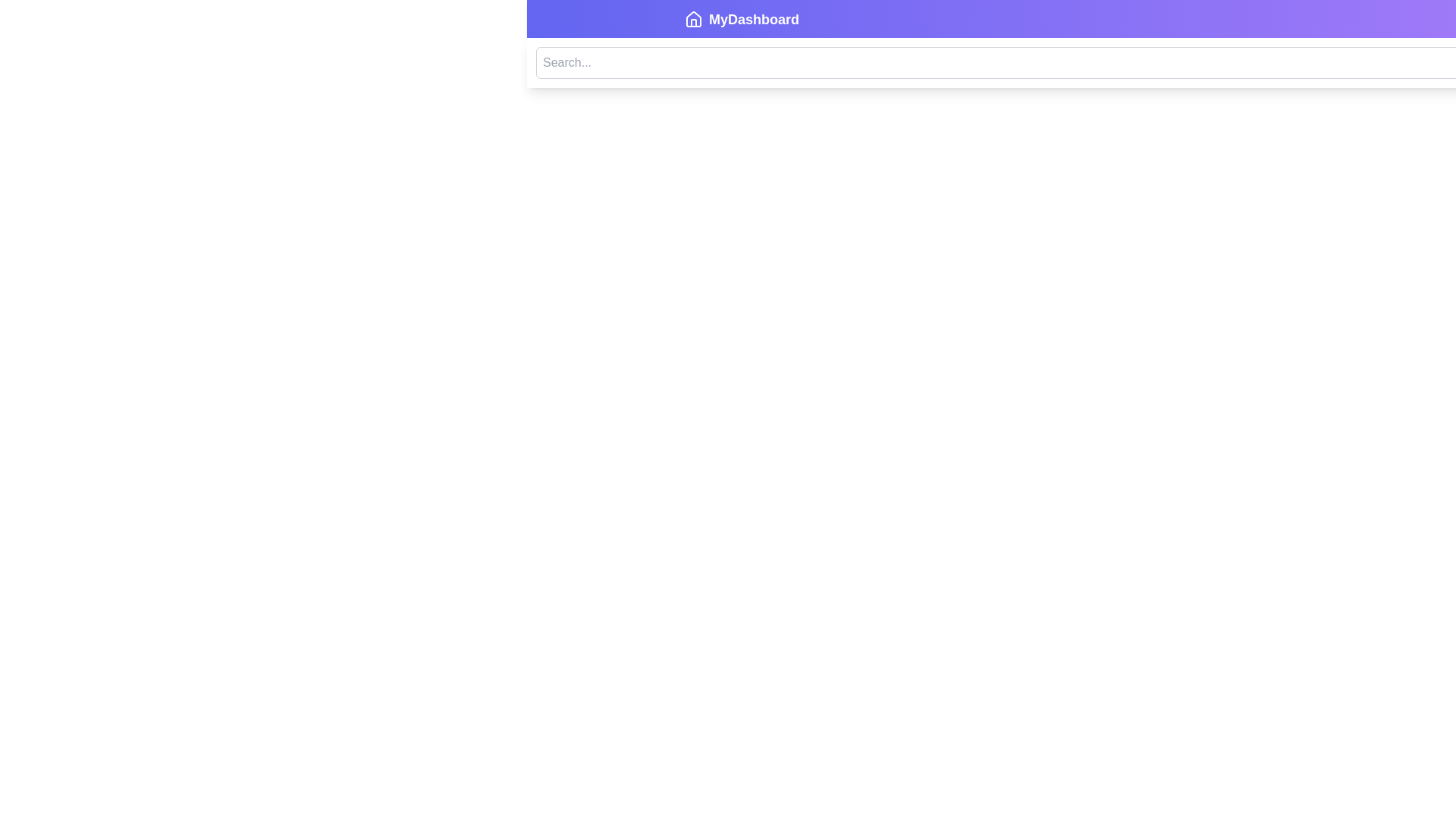 The height and width of the screenshot is (819, 1456). I want to click on the 'Home' SVG graphic icon located, so click(693, 18).